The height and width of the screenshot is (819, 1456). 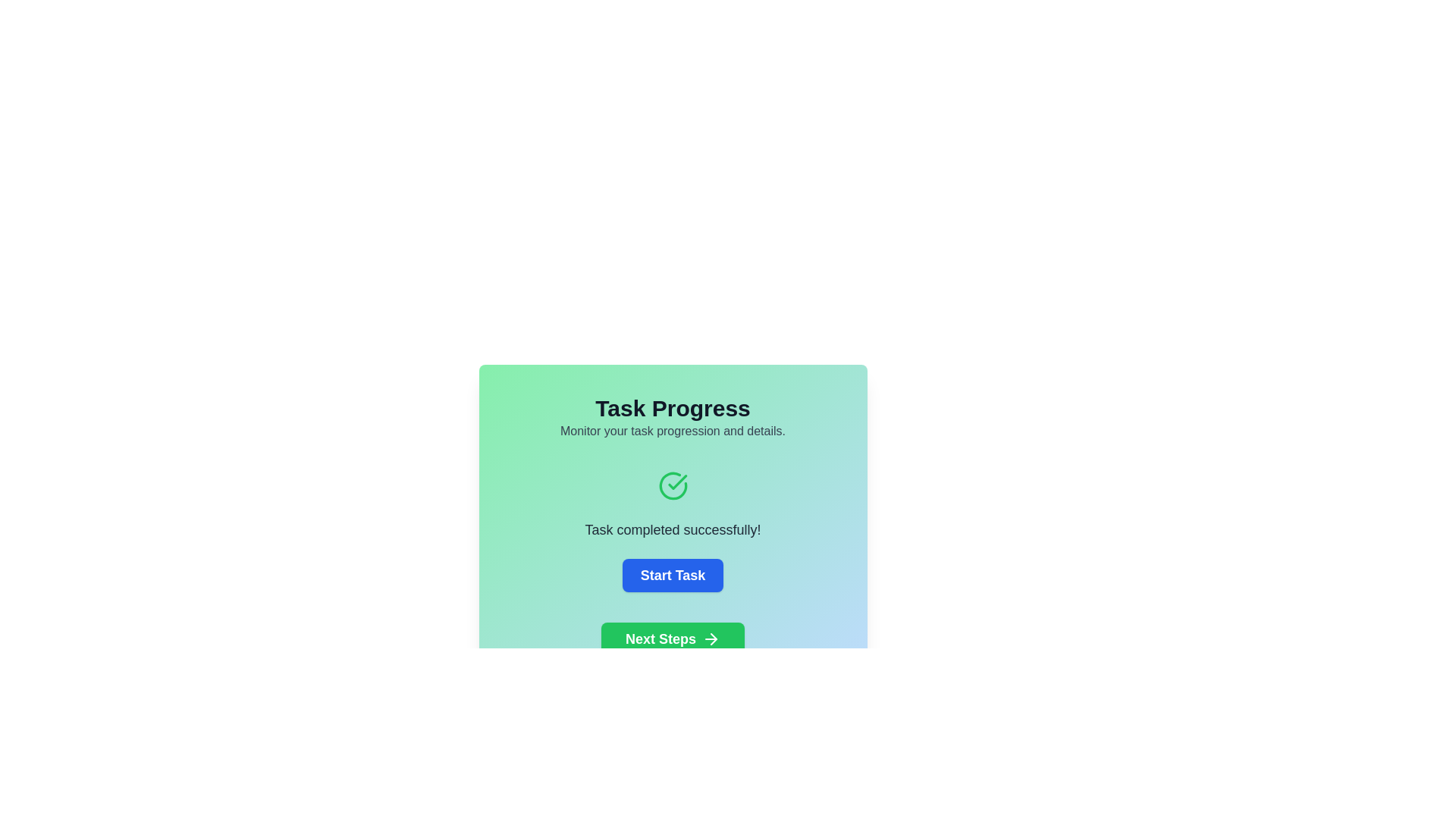 What do you see at coordinates (672, 576) in the screenshot?
I see `the blue rectangular button with rounded corners labeled 'Start Task'` at bounding box center [672, 576].